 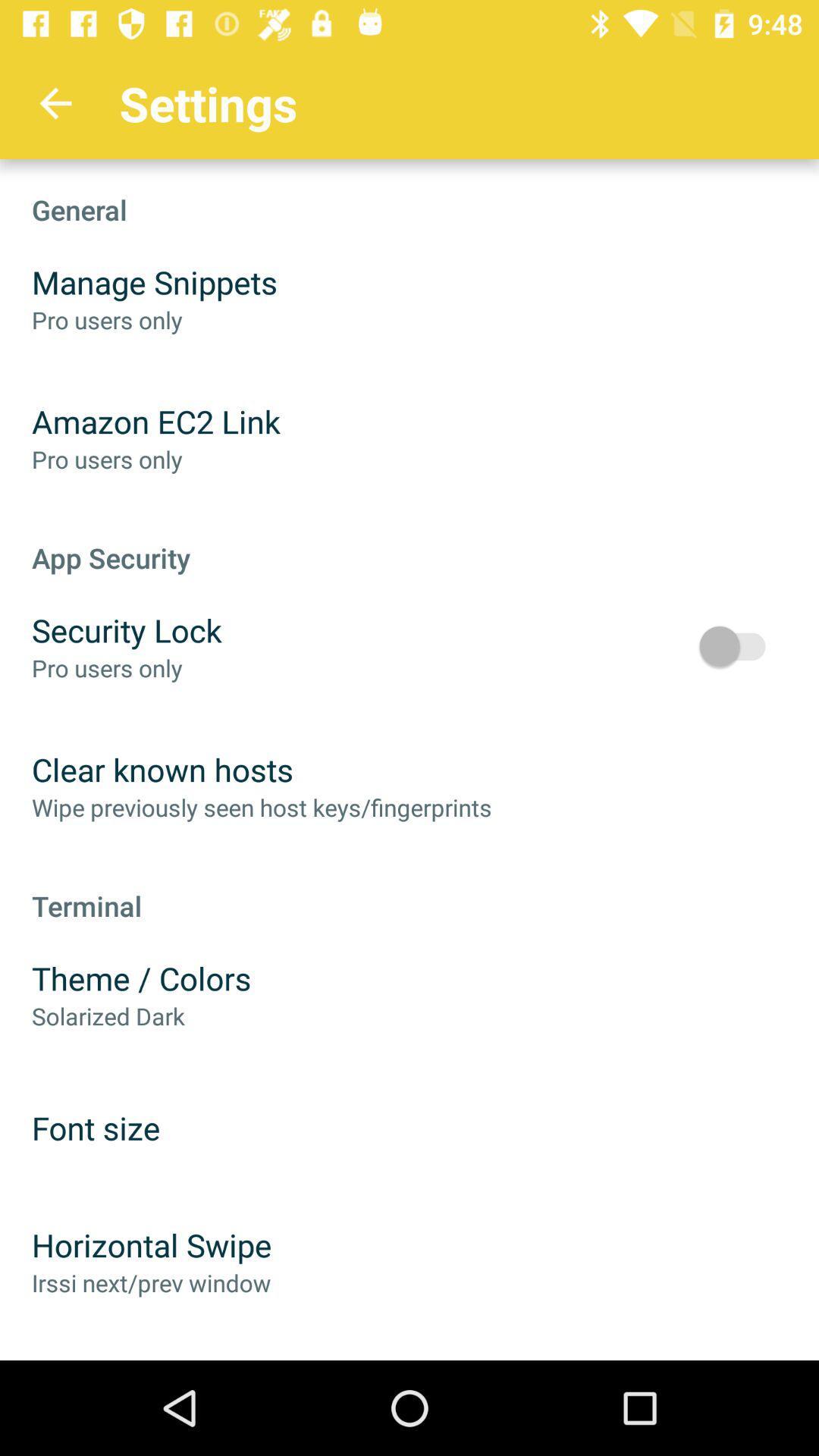 What do you see at coordinates (126, 629) in the screenshot?
I see `item above the pro users only icon` at bounding box center [126, 629].